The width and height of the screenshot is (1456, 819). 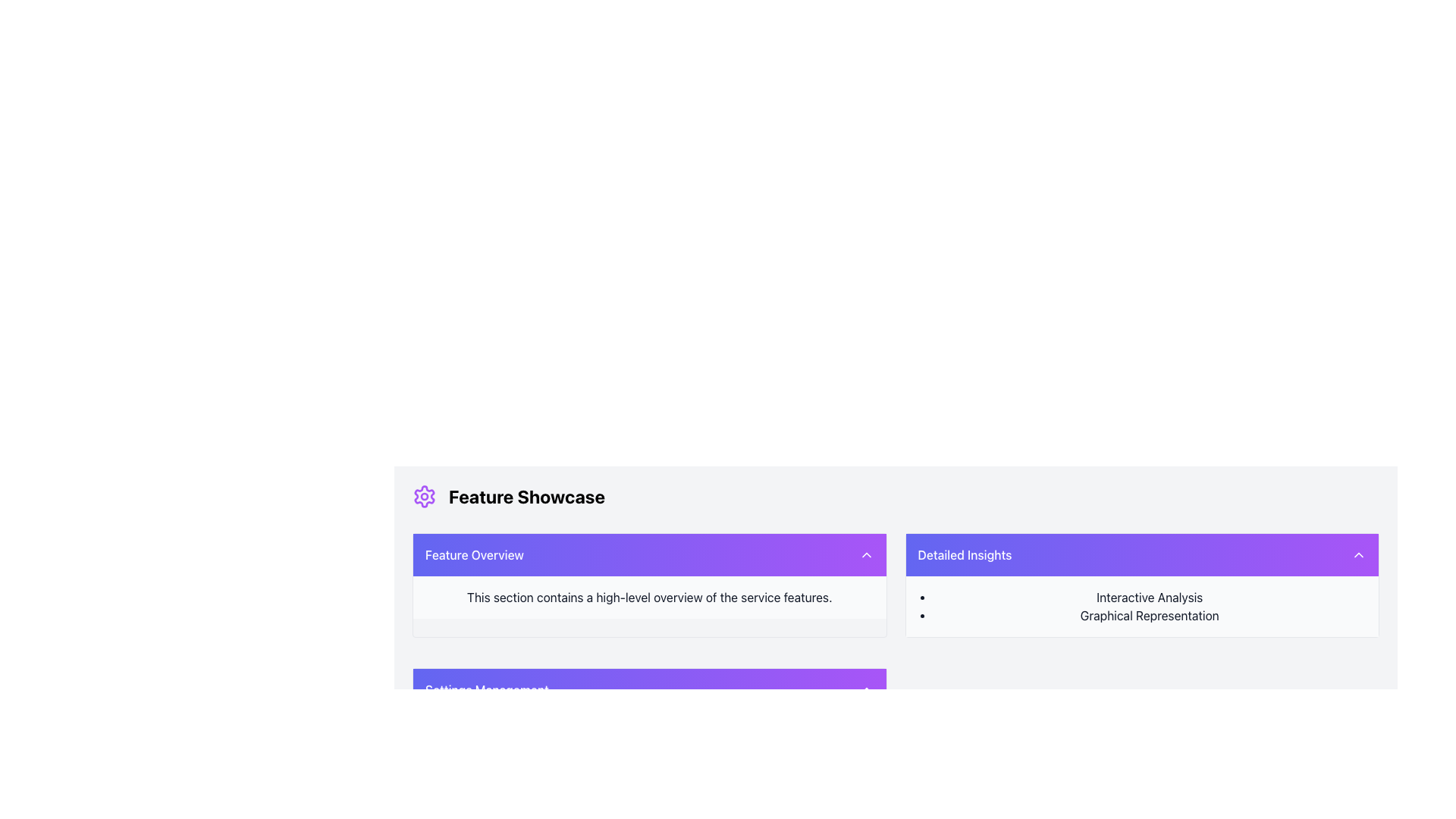 I want to click on any sub-item in the Bullet-point list located below the 'Detailed Insights' section with a purple header, so click(x=1142, y=605).